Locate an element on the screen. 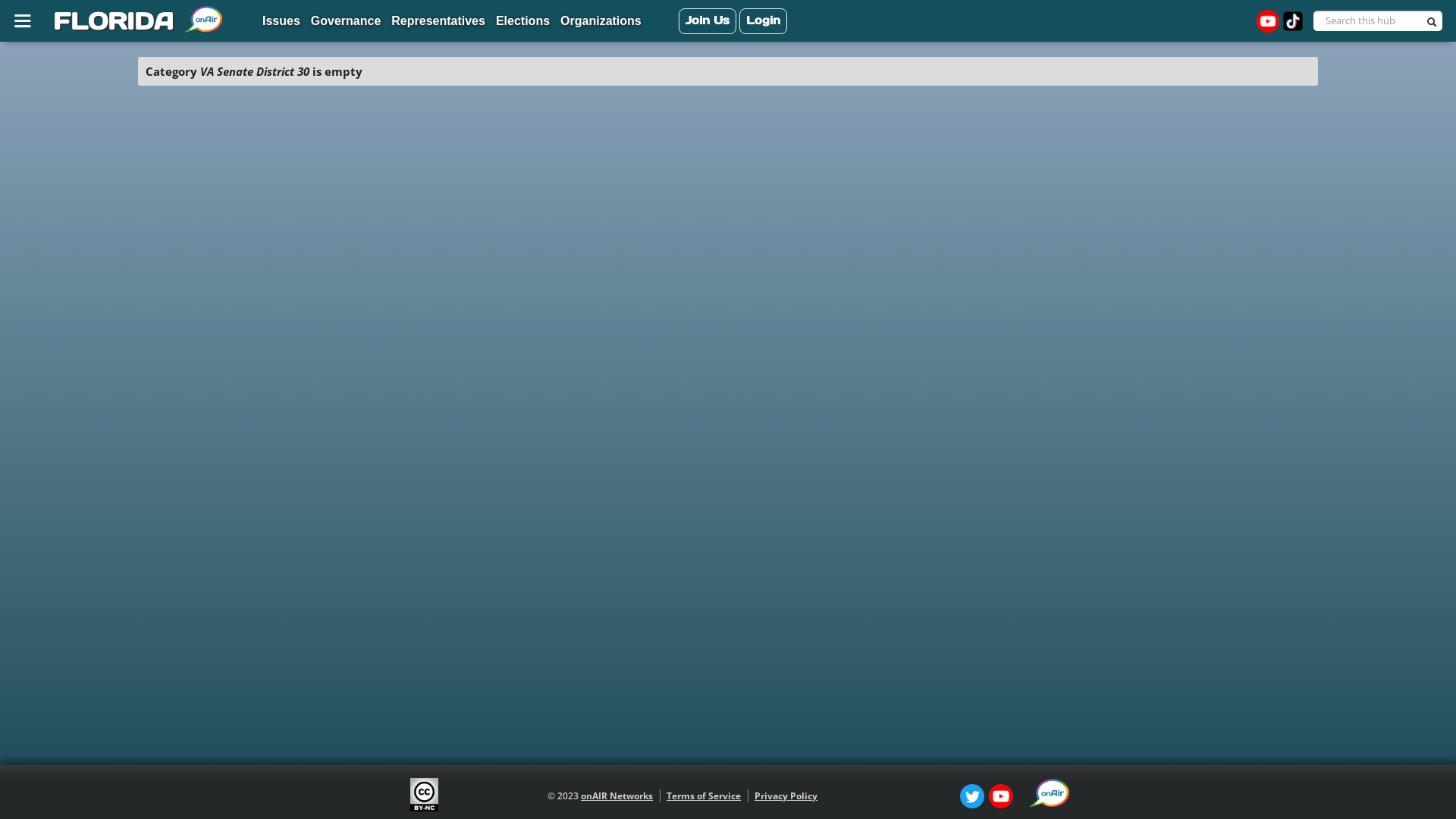  'Login' is located at coordinates (763, 20).